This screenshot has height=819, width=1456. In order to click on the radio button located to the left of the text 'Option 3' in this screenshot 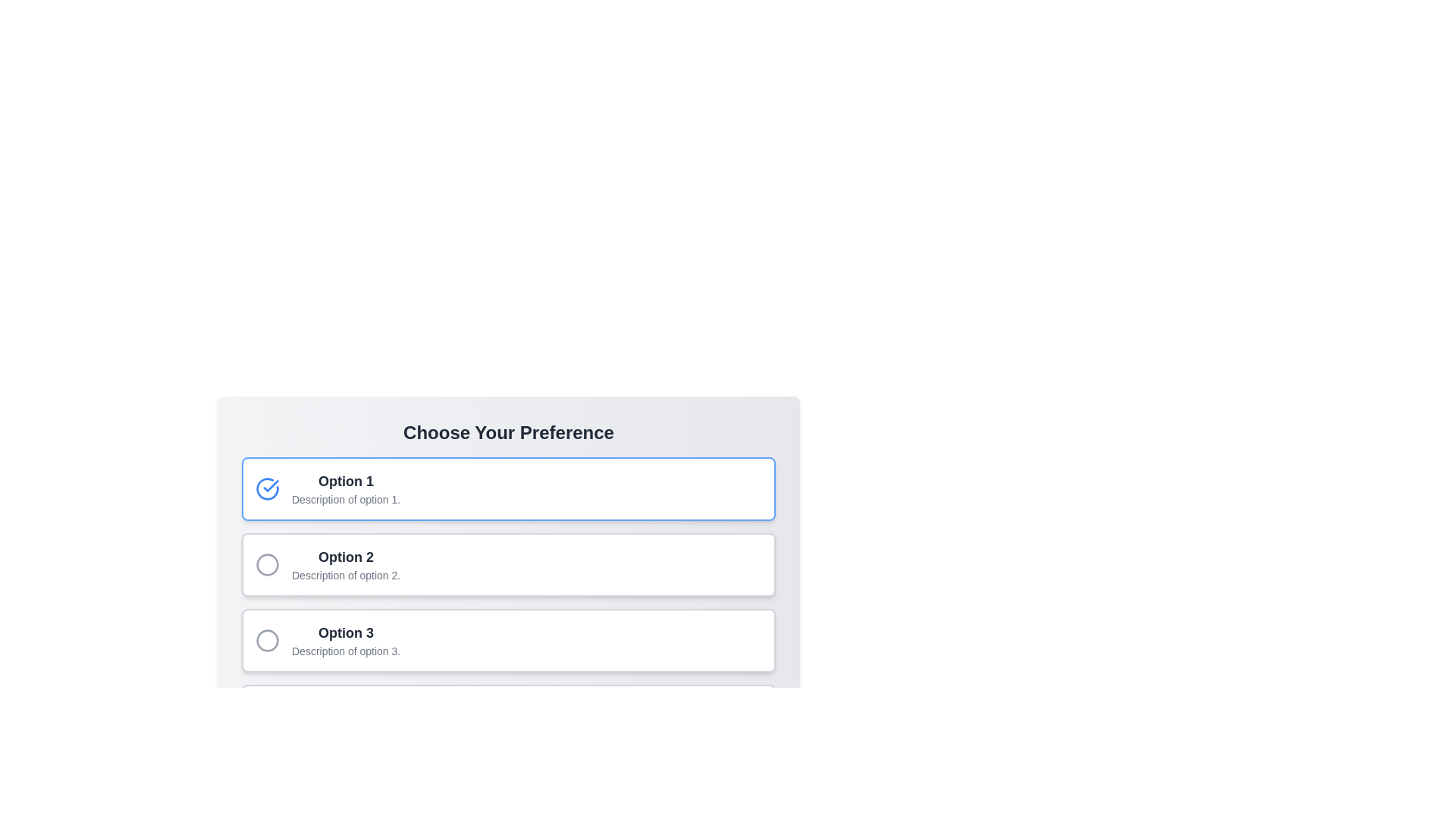, I will do `click(268, 640)`.